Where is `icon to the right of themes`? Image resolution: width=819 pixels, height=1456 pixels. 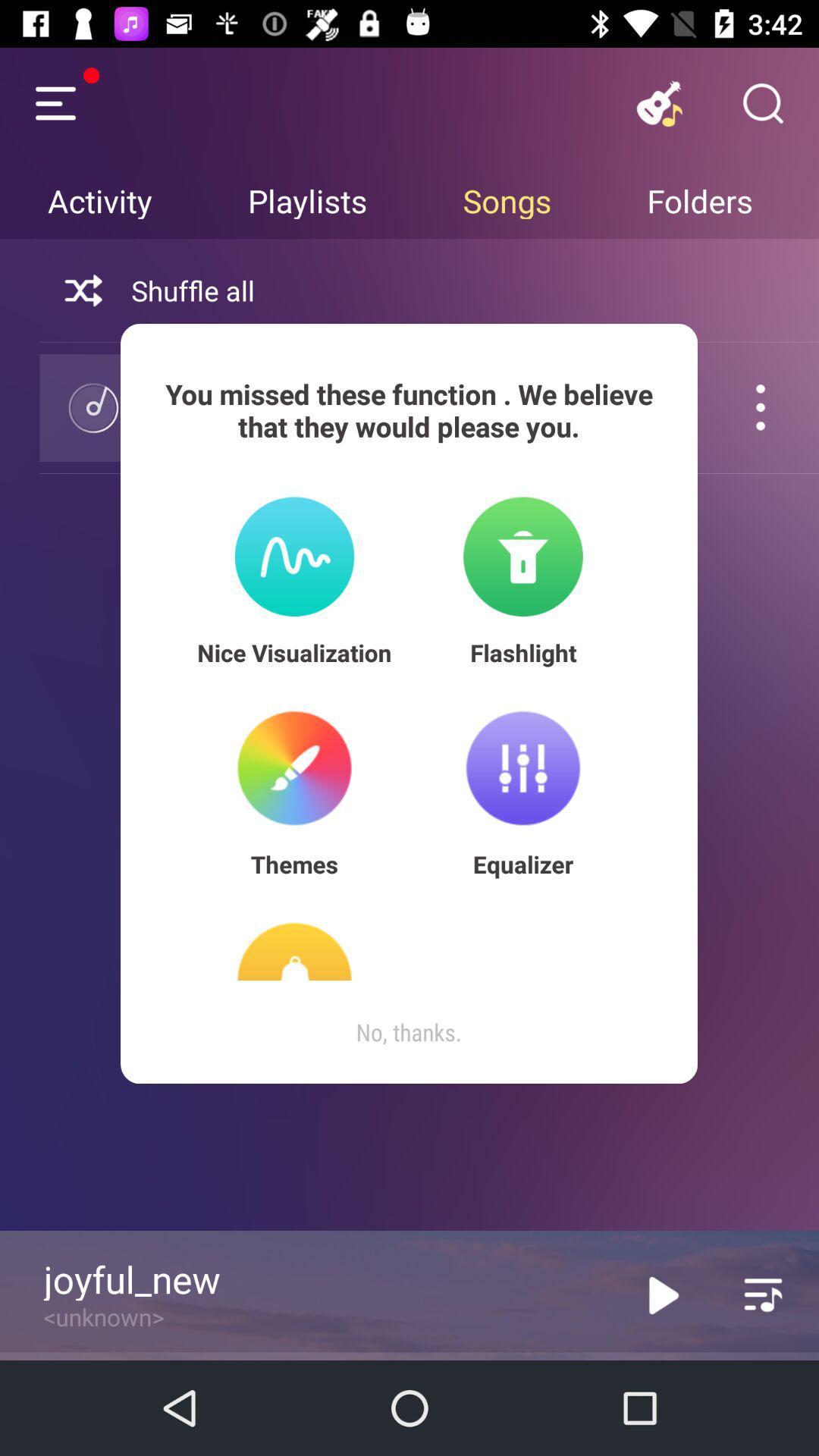 icon to the right of themes is located at coordinates (522, 864).